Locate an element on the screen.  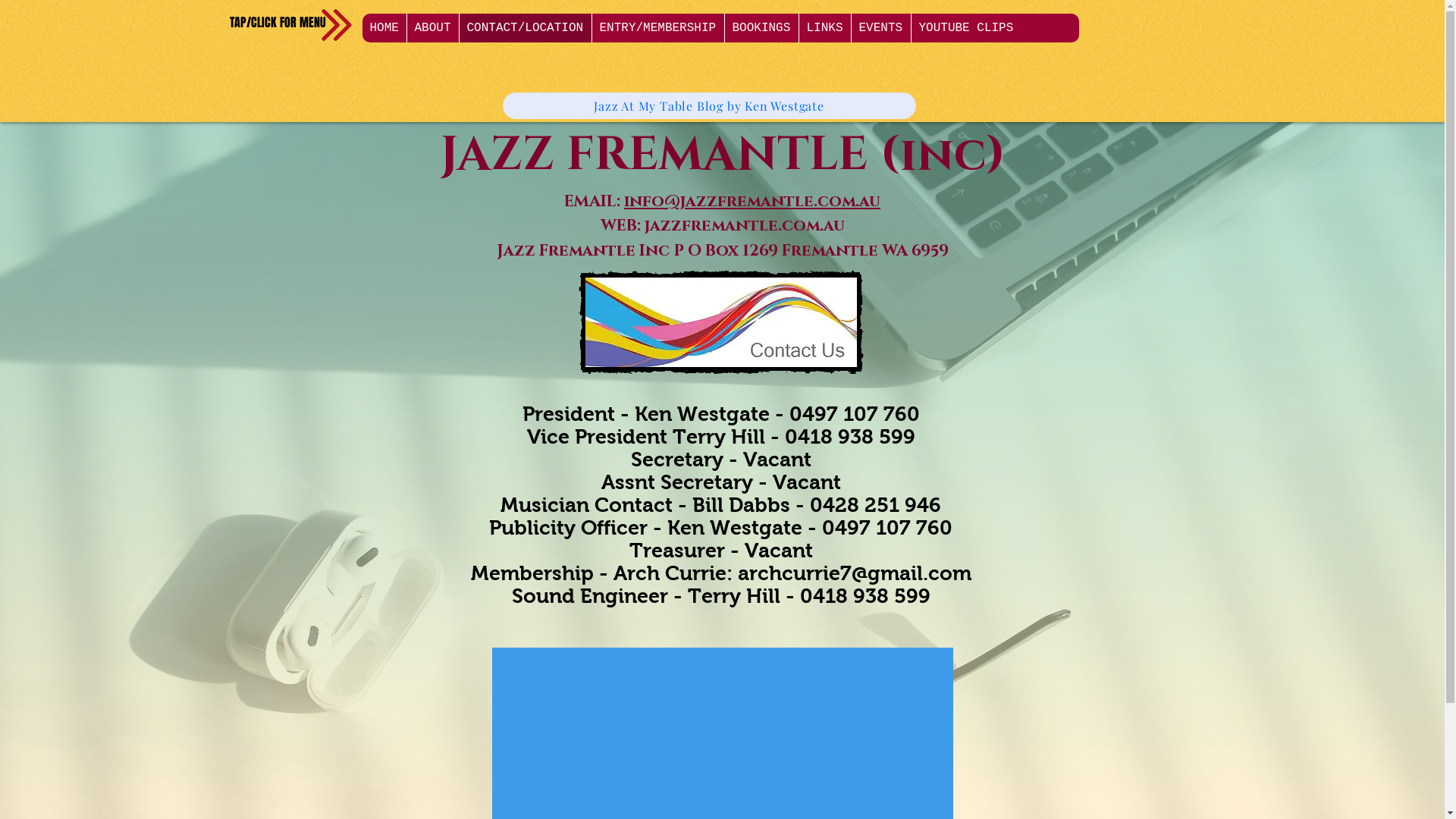
'EVENTS' is located at coordinates (880, 28).